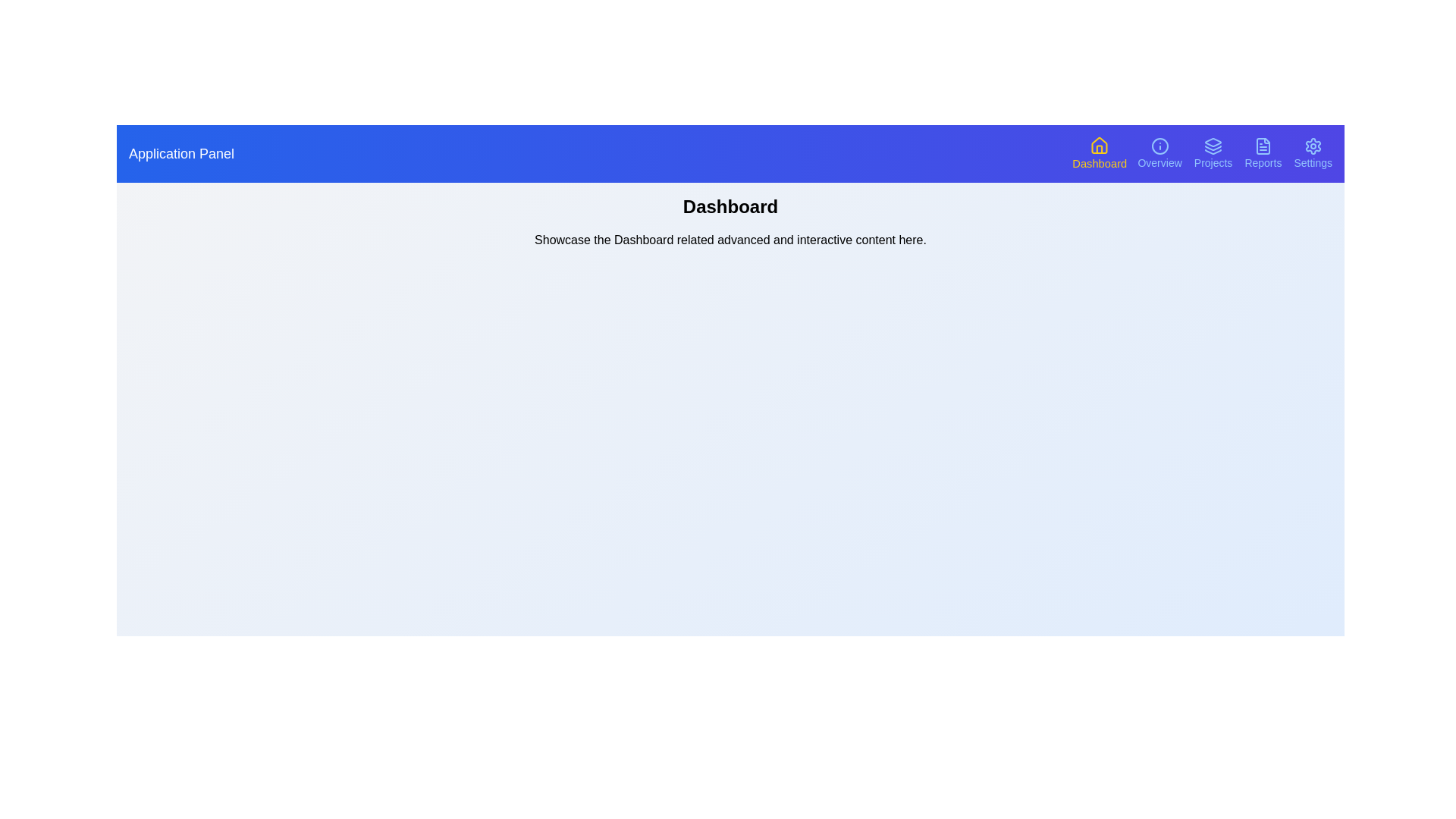 Image resolution: width=1456 pixels, height=819 pixels. I want to click on the Settings section by clicking its corresponding navigation button, so click(1312, 154).